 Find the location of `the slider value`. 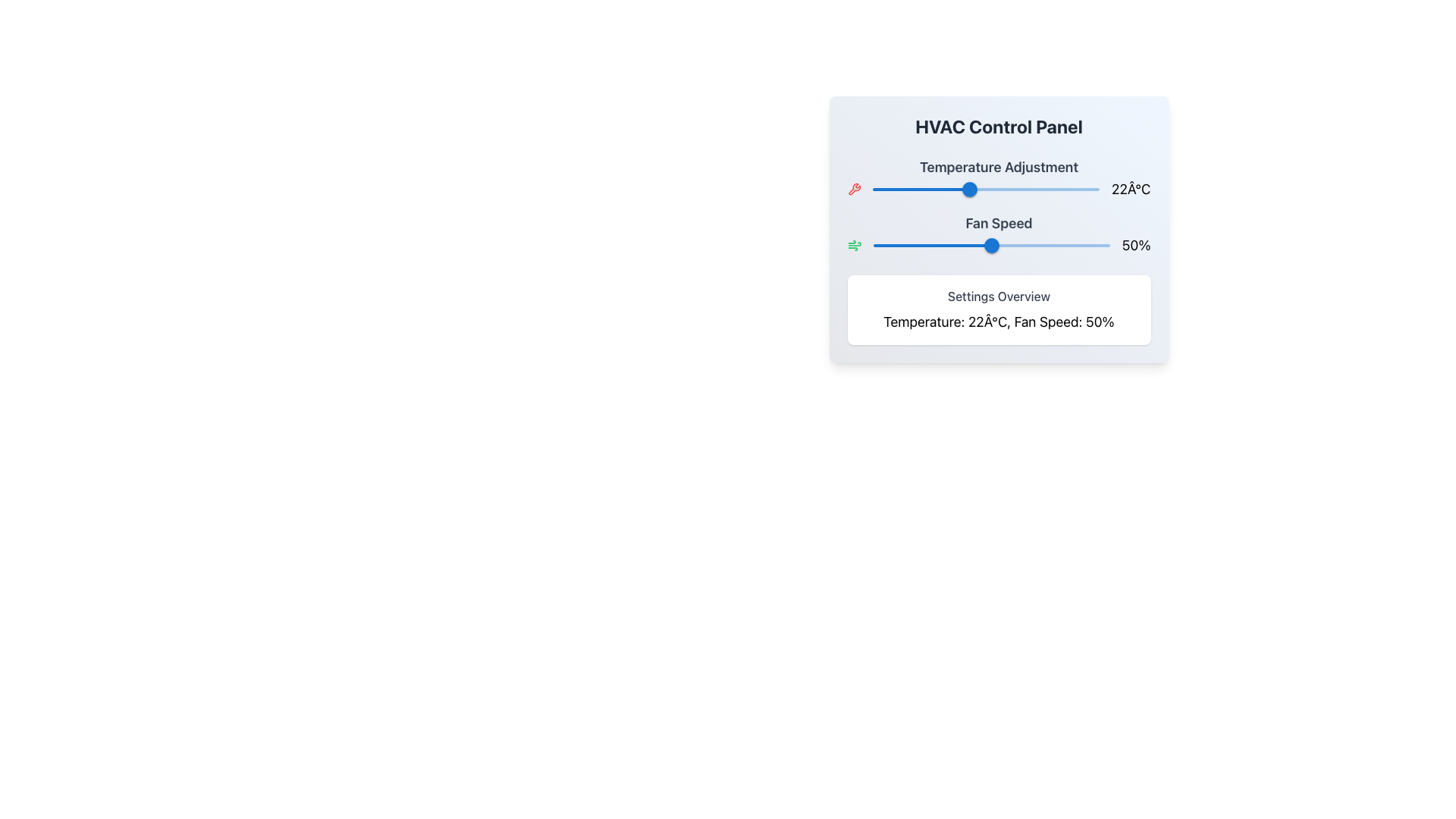

the slider value is located at coordinates (1103, 245).